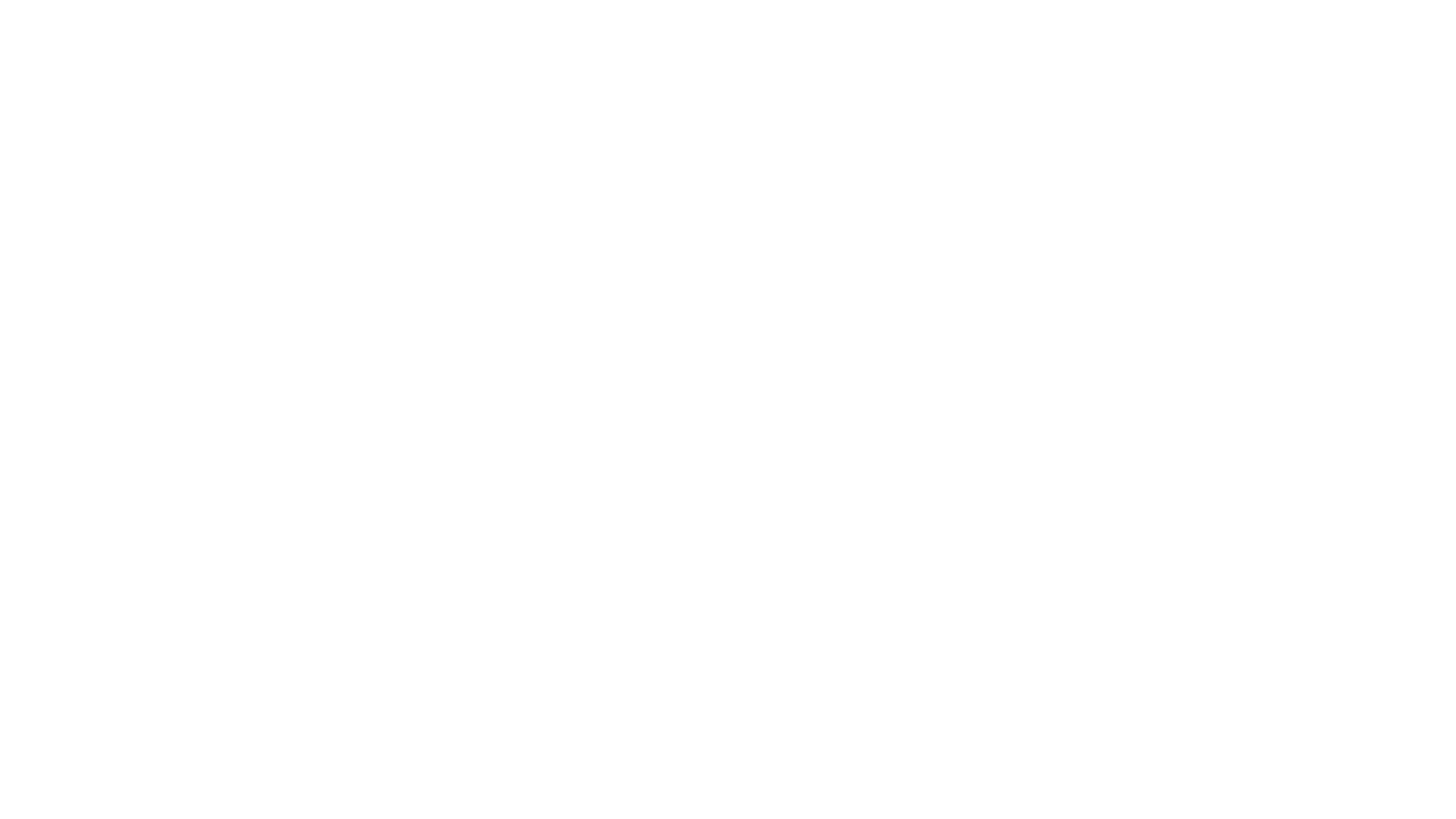  I want to click on Rewind 15 Seconds, so click(1122, 20).